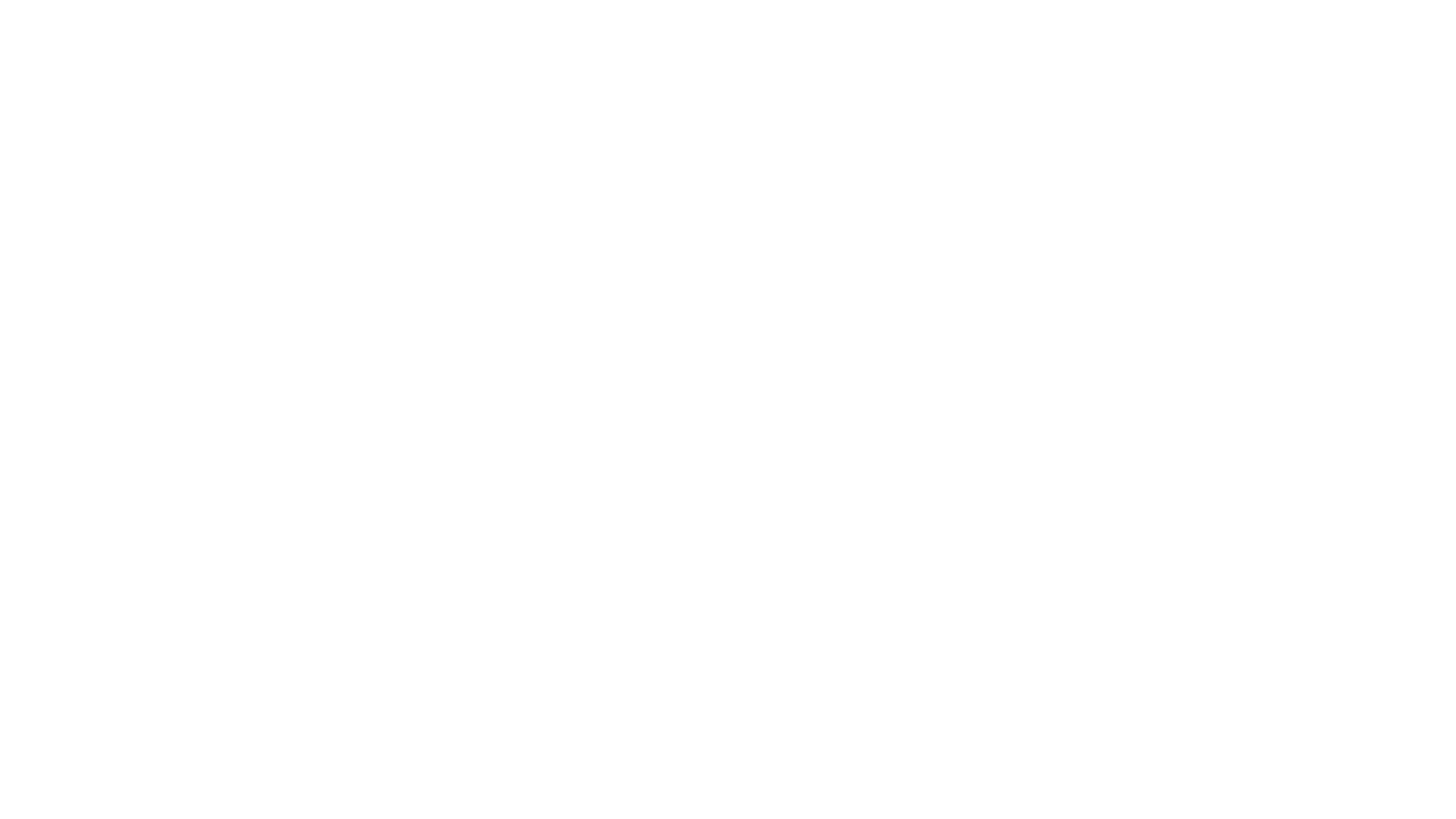  I want to click on Rewind 15 Seconds, so click(1122, 20).